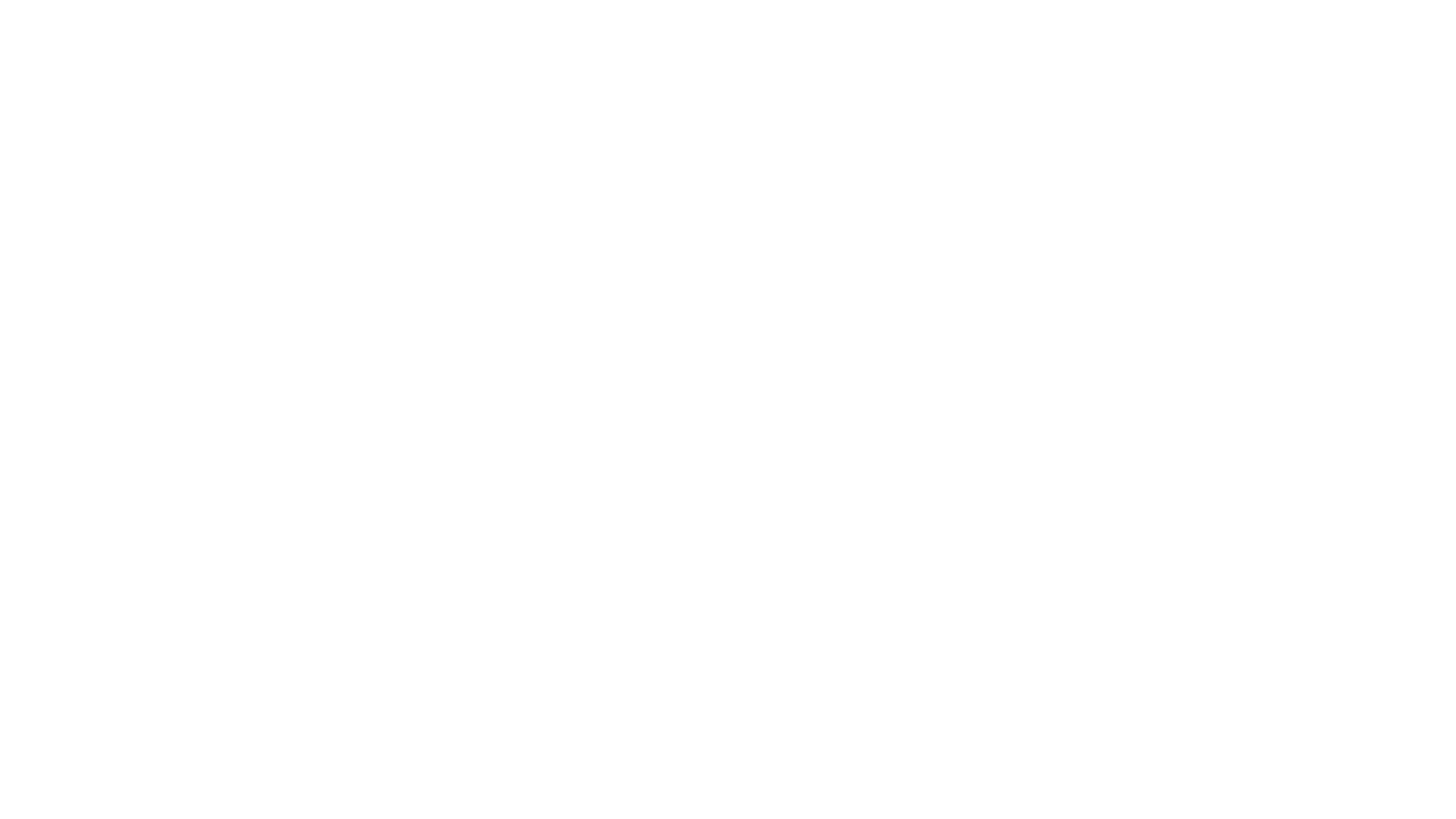  I want to click on Rewind 15 Seconds, so click(1122, 20).